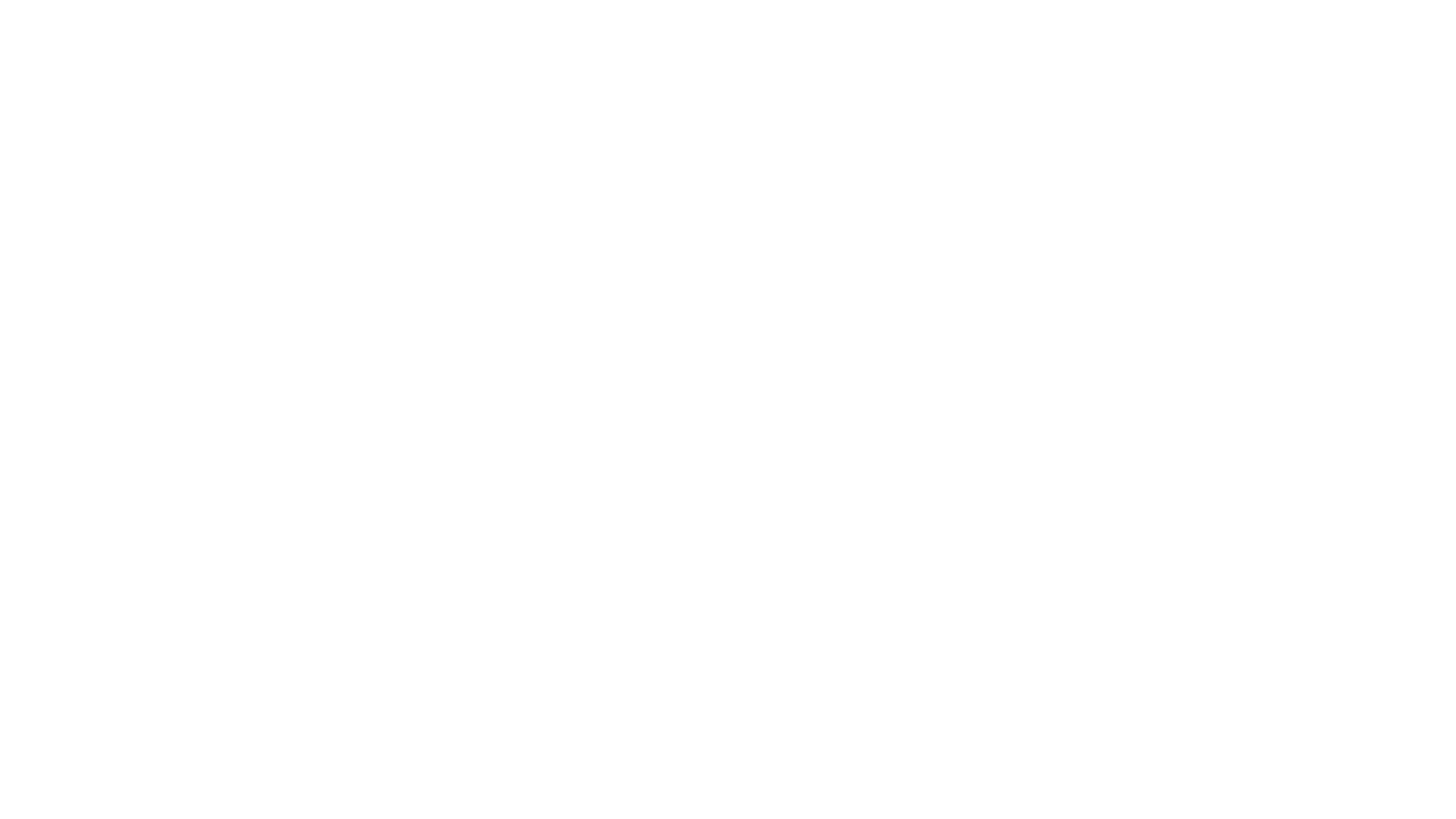  I want to click on Rewind 15 Seconds, so click(1122, 20).